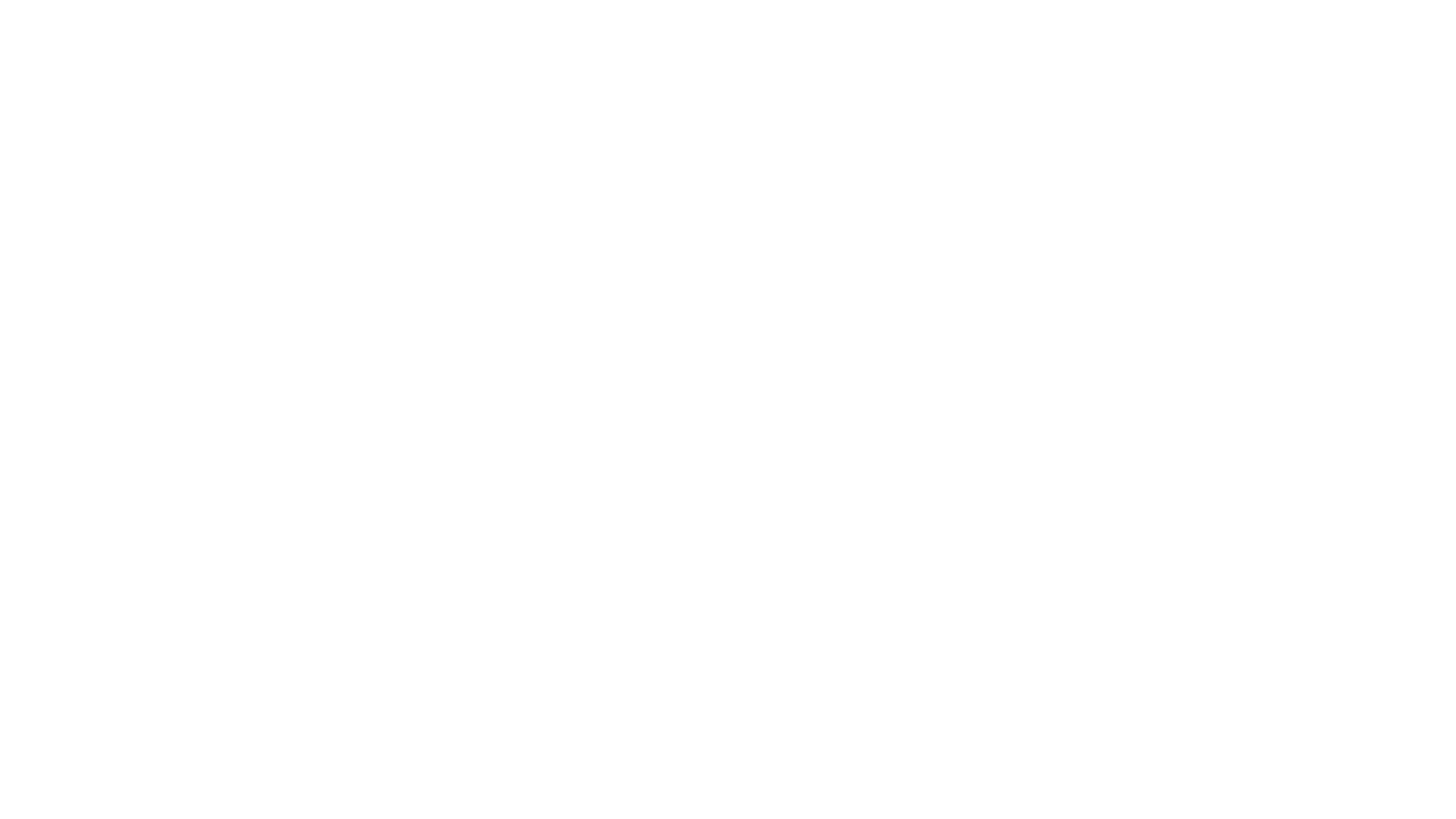  I want to click on Rewind 15 Seconds, so click(1122, 20).